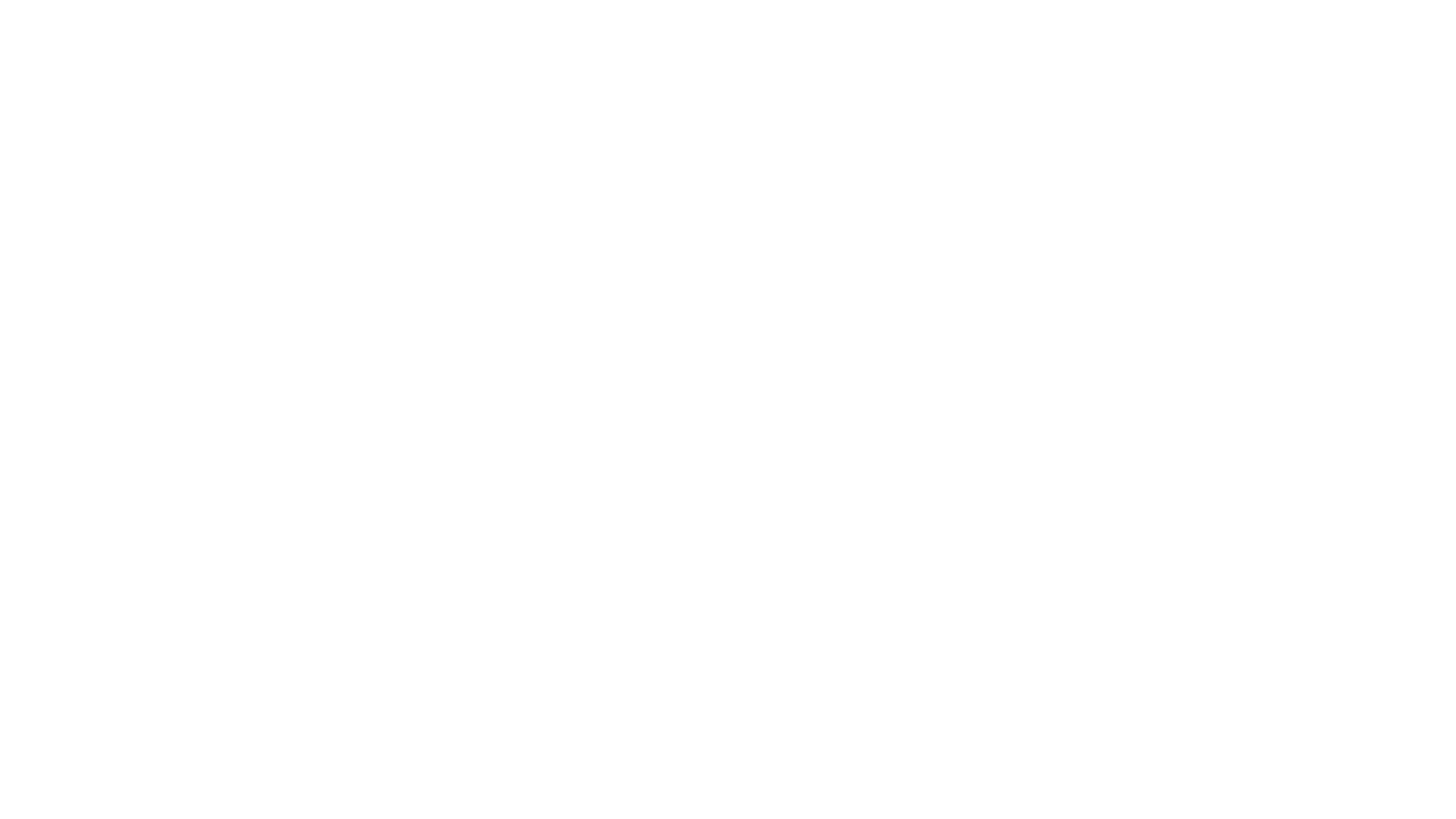  I want to click on Rewind 15 Seconds, so click(1122, 20).